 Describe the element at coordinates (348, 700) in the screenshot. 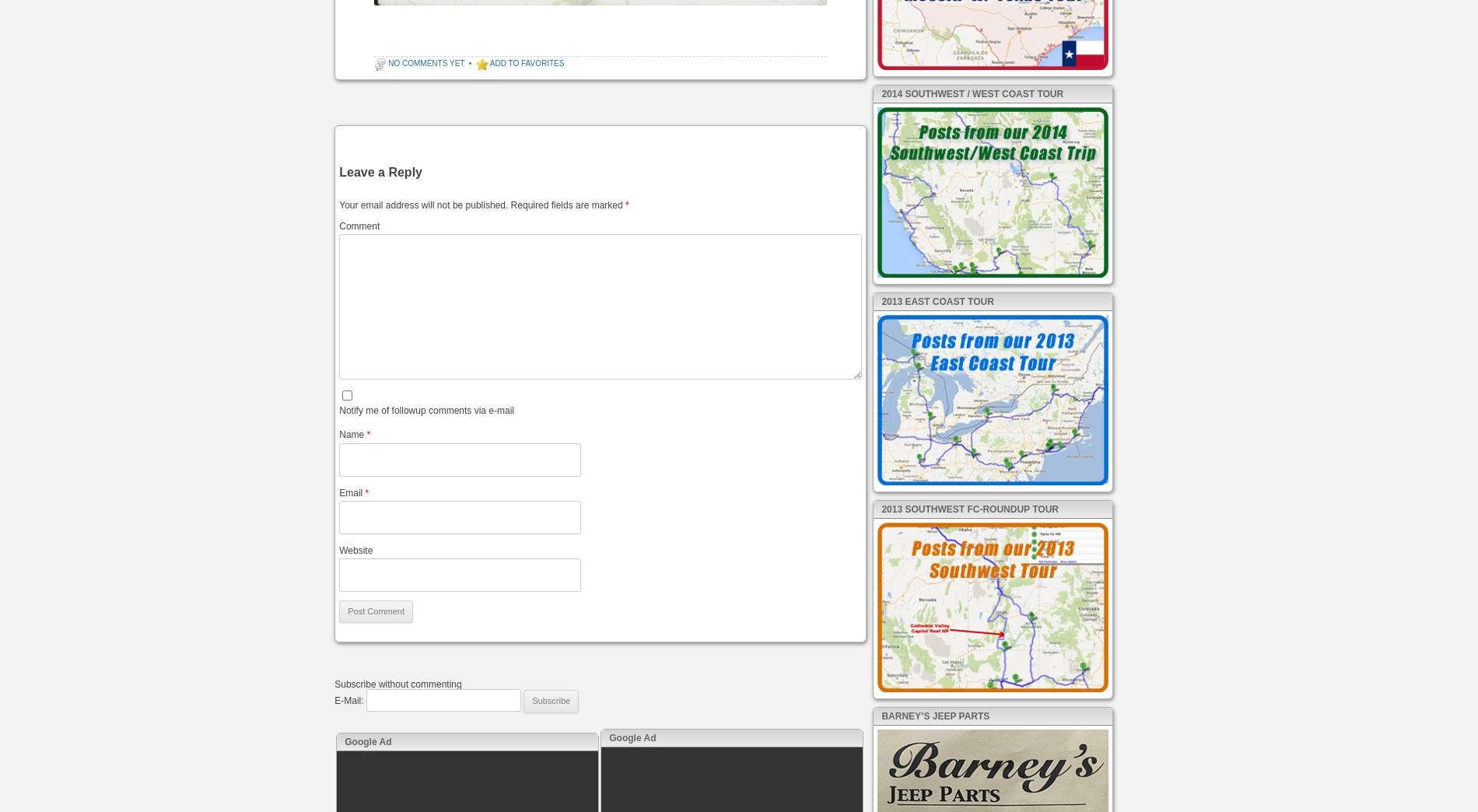

I see `'E-Mail:'` at that location.